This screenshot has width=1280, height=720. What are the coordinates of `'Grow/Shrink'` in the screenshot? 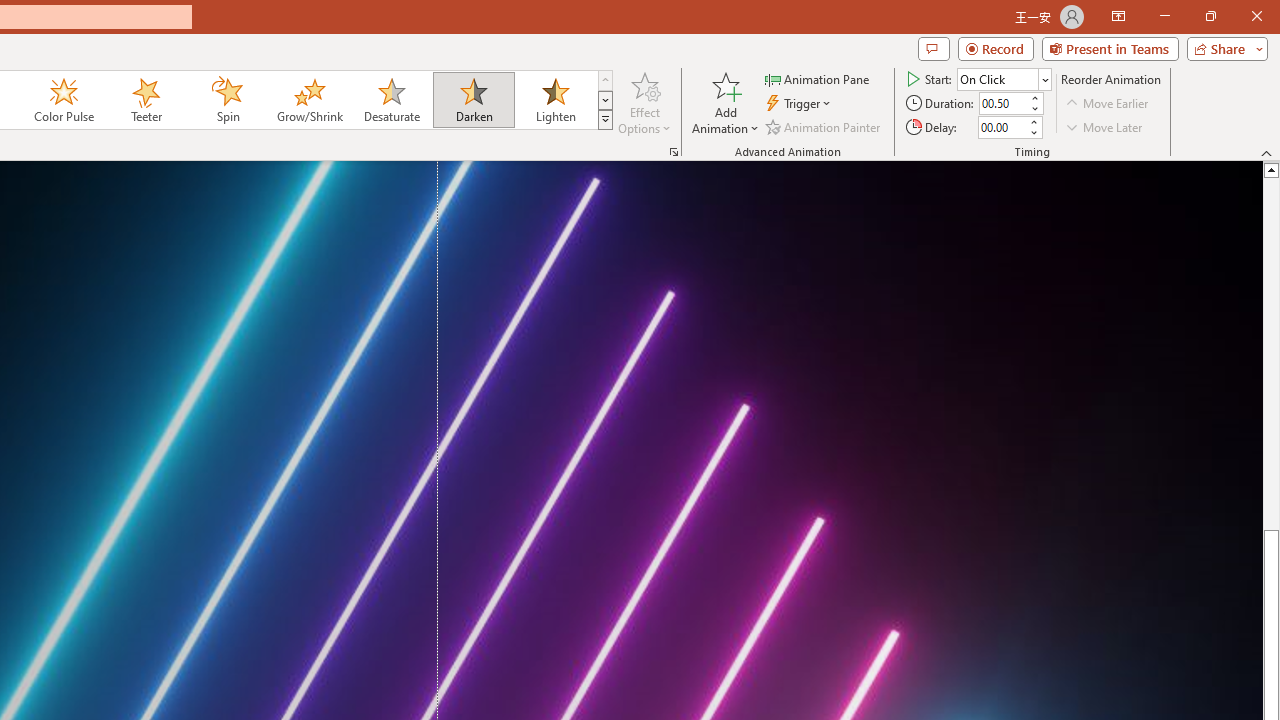 It's located at (308, 100).